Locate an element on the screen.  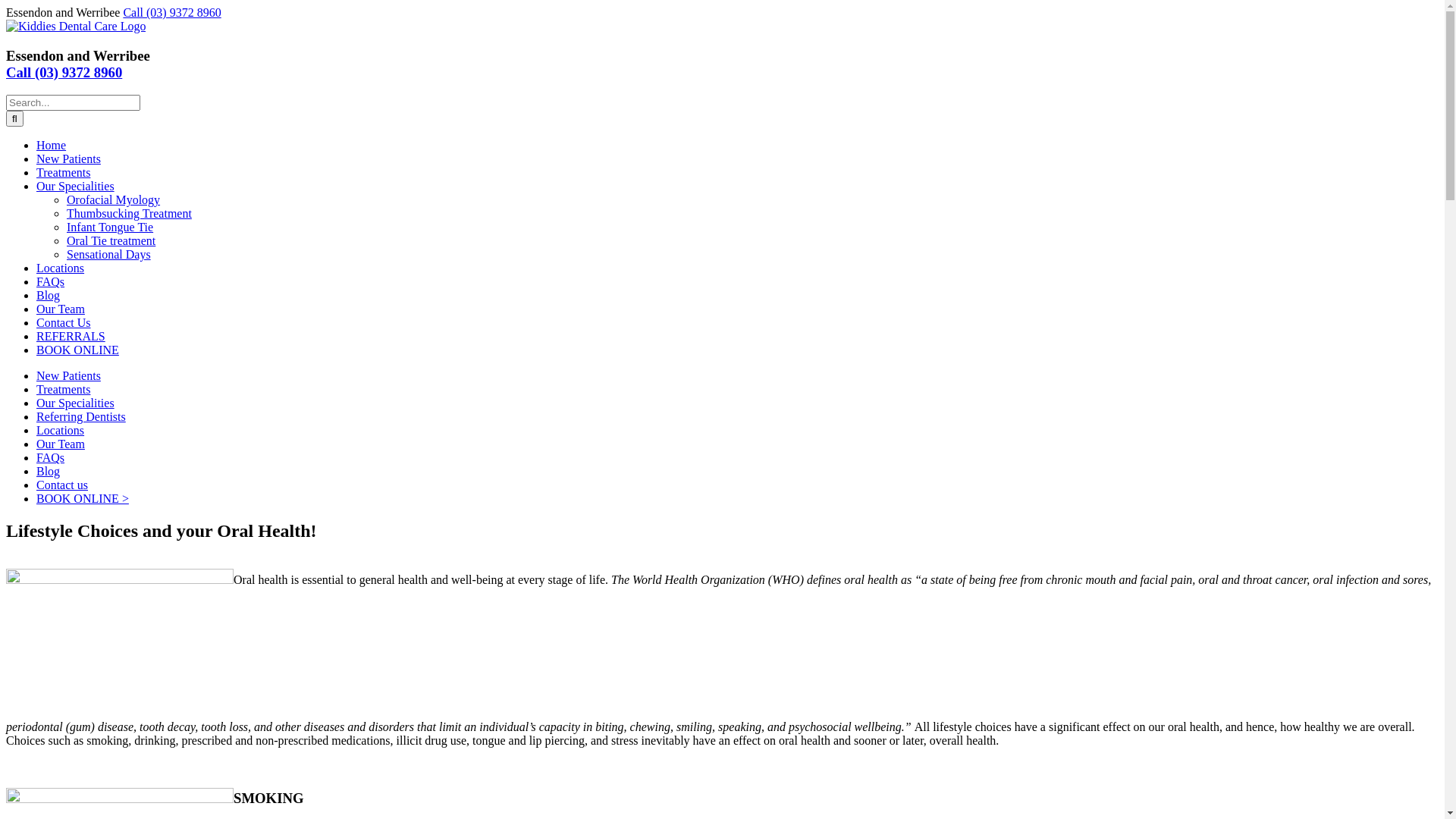
'Orofacial Myology' is located at coordinates (112, 199).